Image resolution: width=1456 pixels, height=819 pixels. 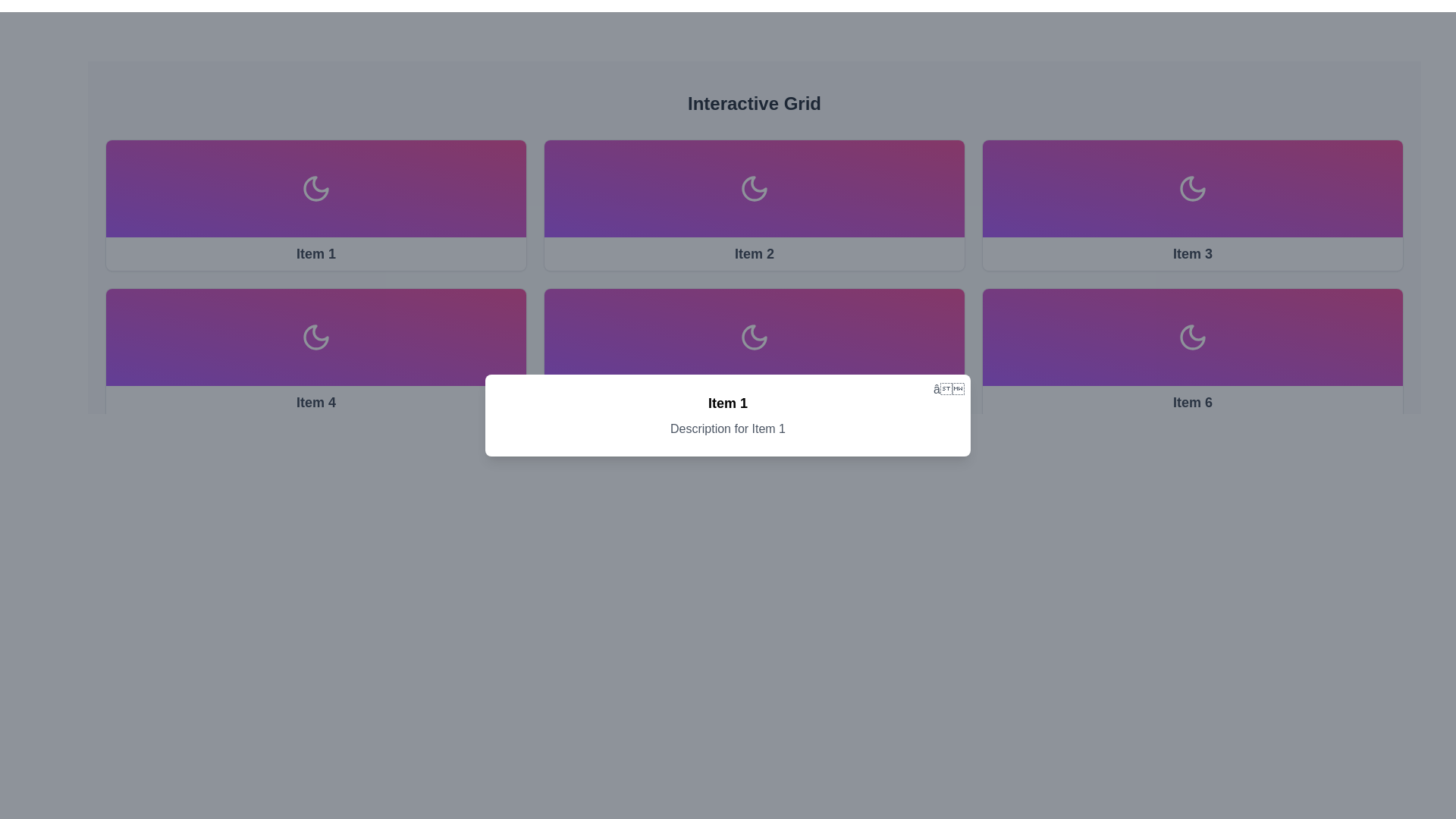 What do you see at coordinates (315, 188) in the screenshot?
I see `the decorative or status icon labeled 'Item 1' located in the top-left block of the grid layout` at bounding box center [315, 188].